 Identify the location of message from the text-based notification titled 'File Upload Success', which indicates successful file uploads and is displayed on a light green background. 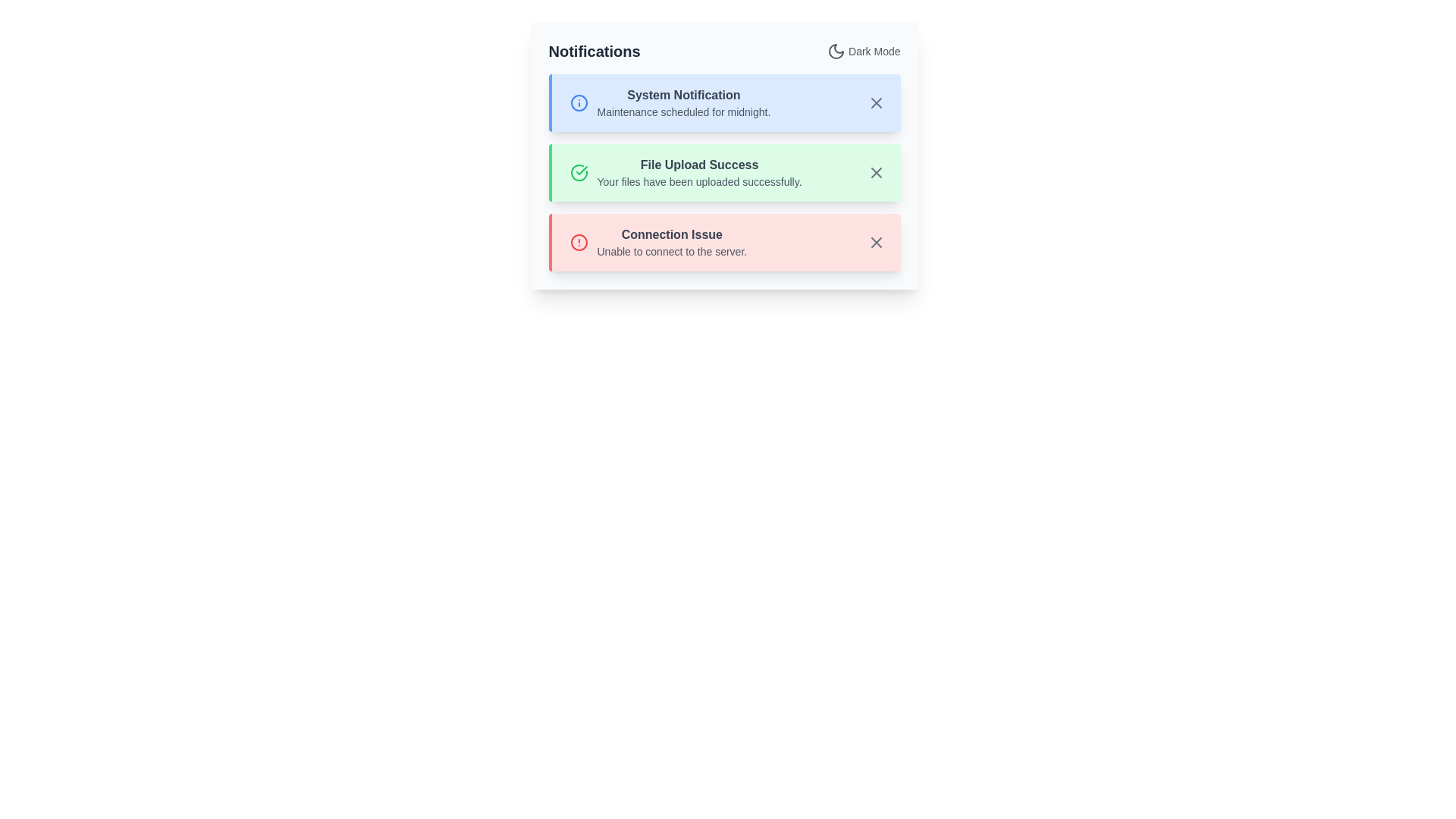
(698, 171).